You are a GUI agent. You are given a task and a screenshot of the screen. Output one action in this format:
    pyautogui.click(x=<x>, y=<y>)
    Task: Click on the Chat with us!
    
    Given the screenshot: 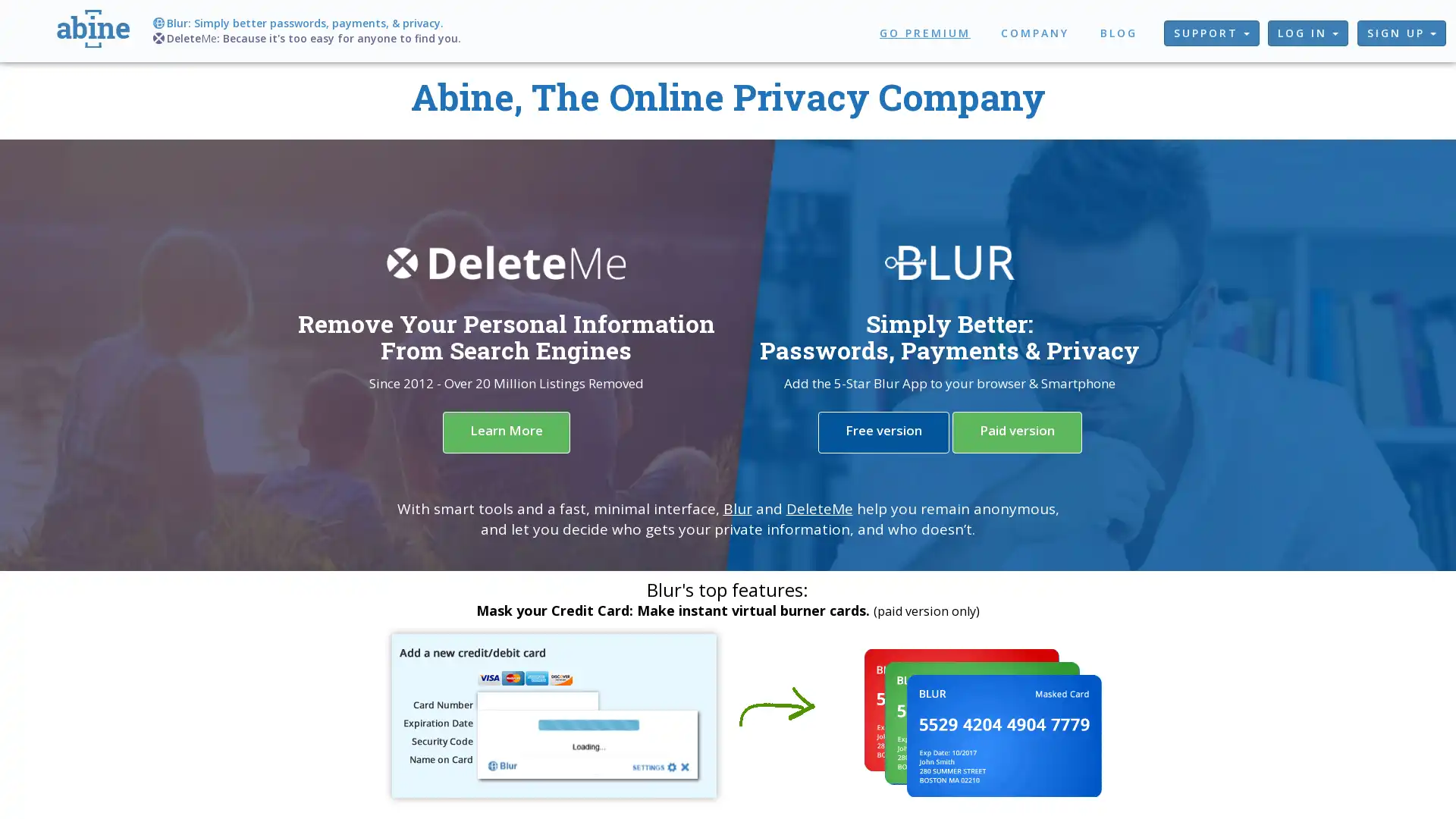 What is the action you would take?
    pyautogui.click(x=1374, y=784)
    